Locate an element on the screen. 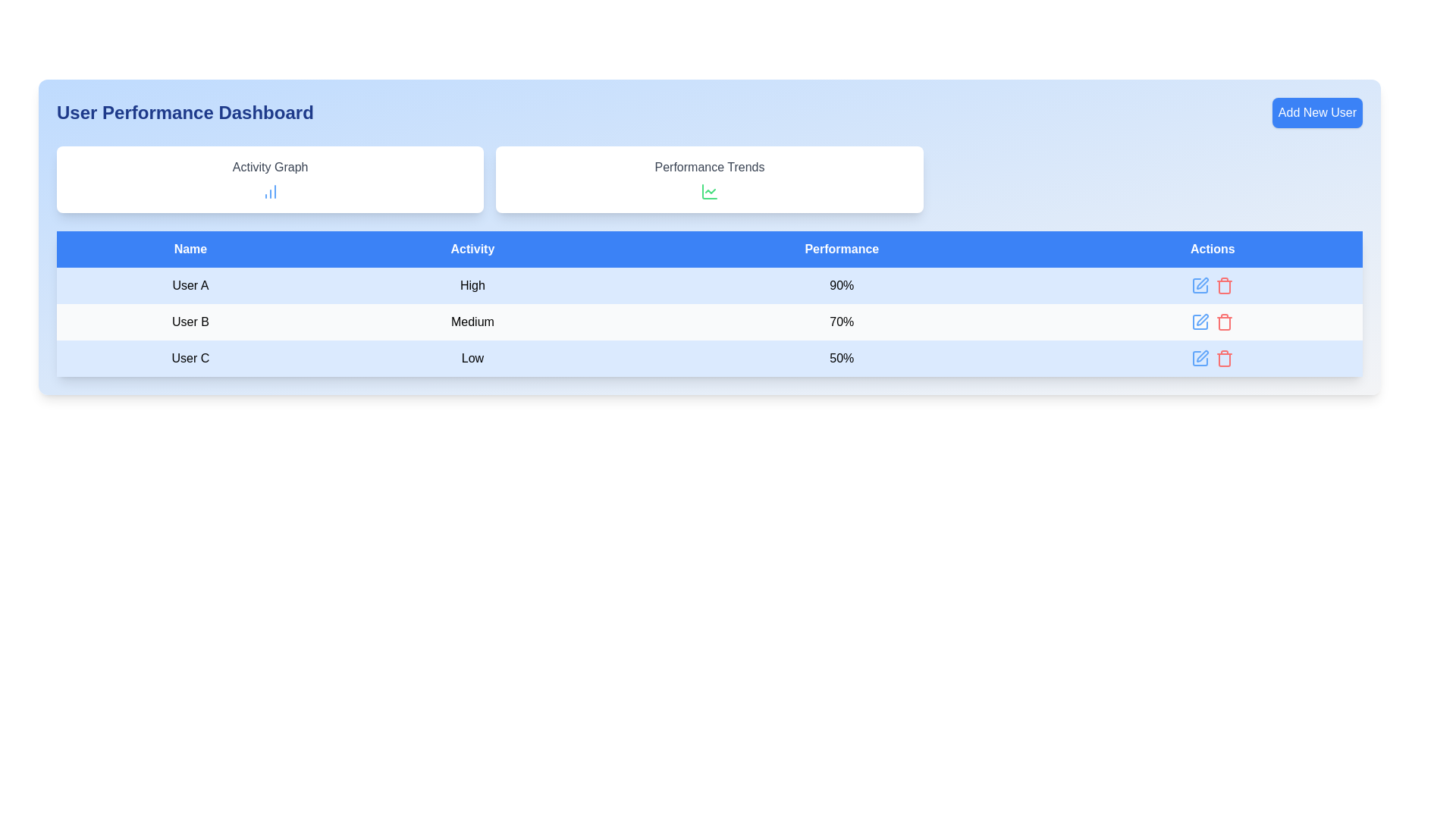  the delete button located in the 'Actions' column of the second row of the table to initiate a delete action is located at coordinates (1225, 321).